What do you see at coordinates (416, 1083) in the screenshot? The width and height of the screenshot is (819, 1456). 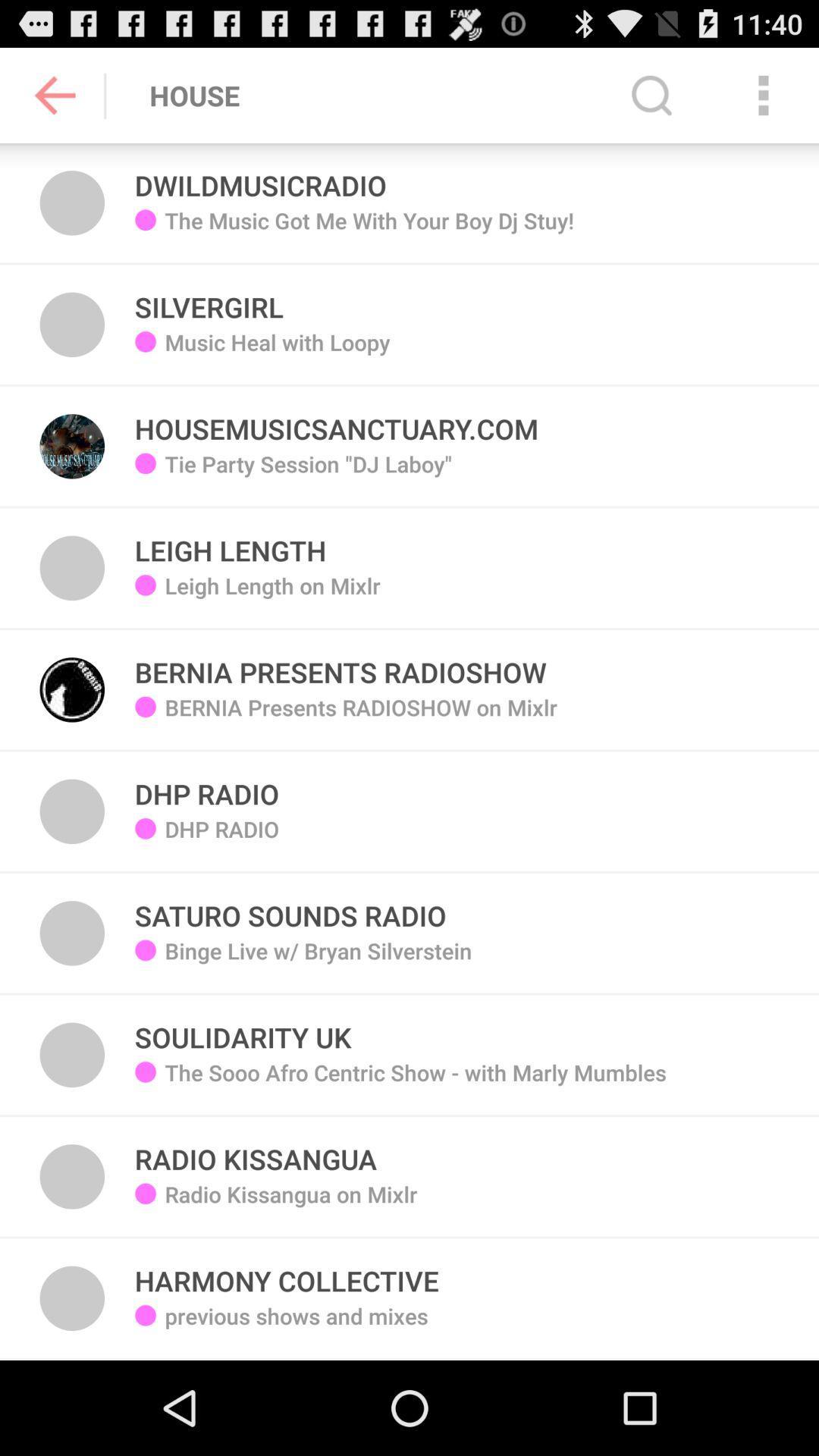 I see `the item above radio kissangua icon` at bounding box center [416, 1083].